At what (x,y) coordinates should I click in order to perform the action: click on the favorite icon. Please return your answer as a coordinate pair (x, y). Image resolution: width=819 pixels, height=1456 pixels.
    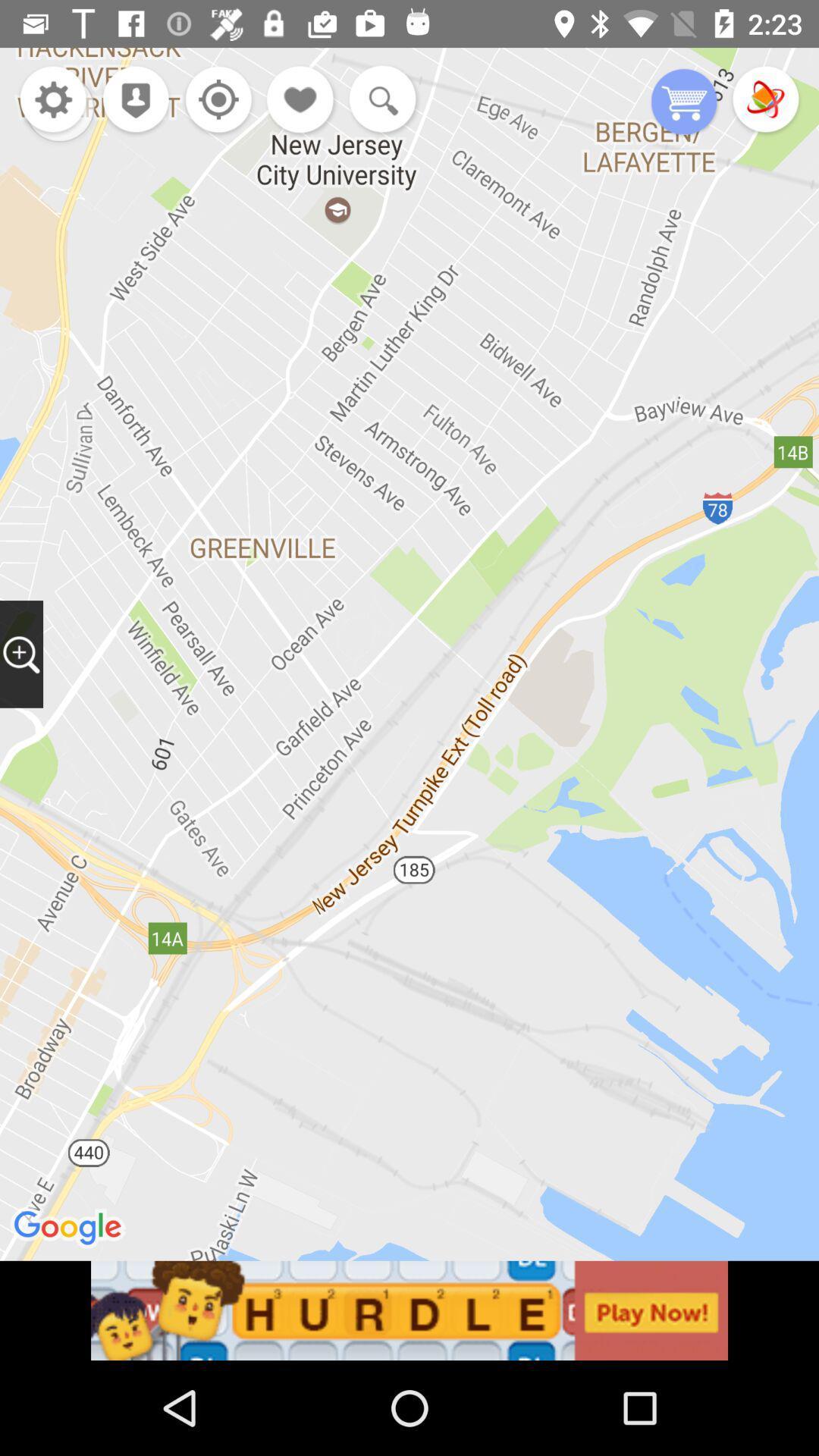
    Looking at the image, I should click on (301, 100).